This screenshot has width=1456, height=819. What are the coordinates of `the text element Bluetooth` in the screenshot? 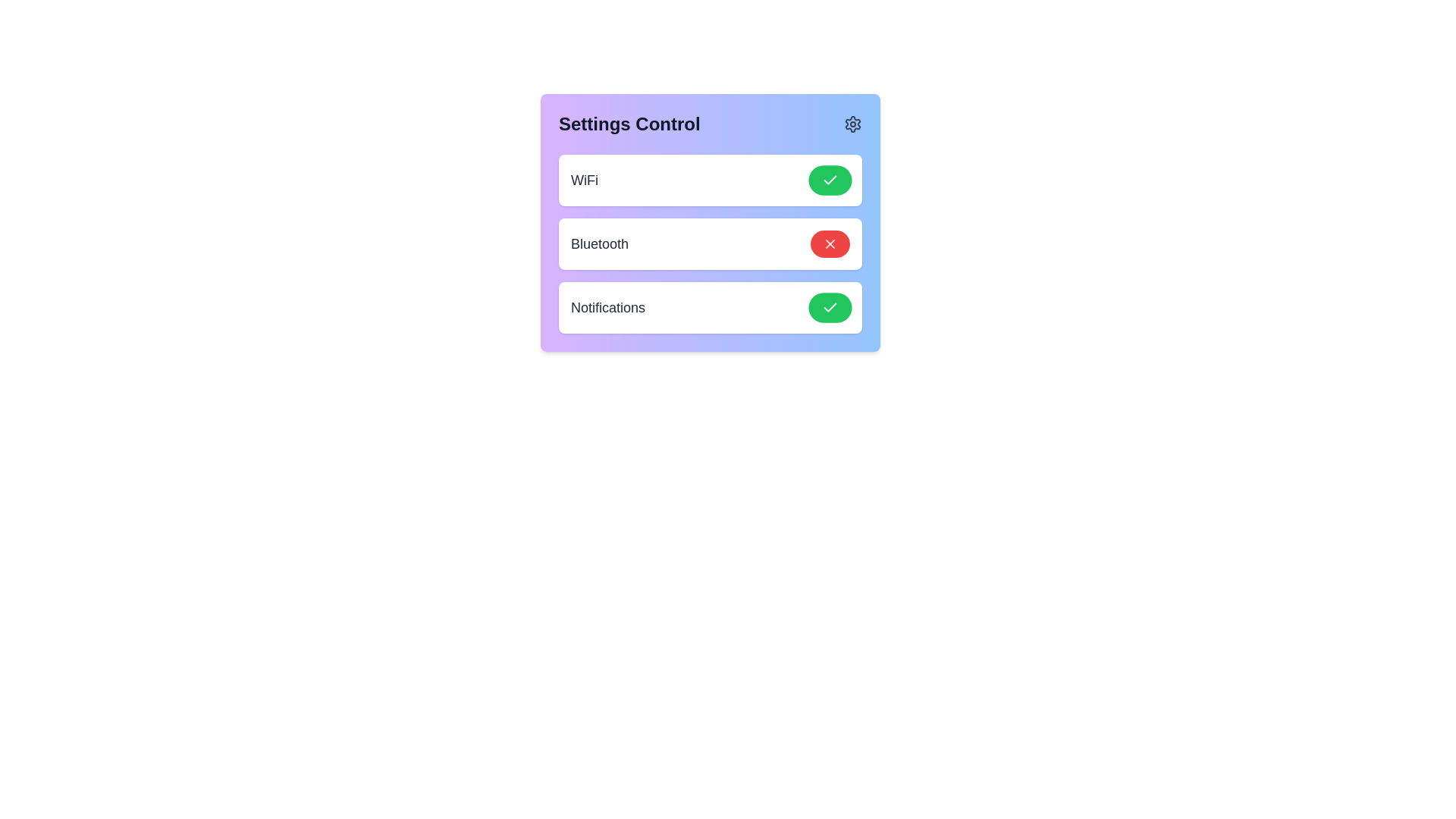 It's located at (599, 243).